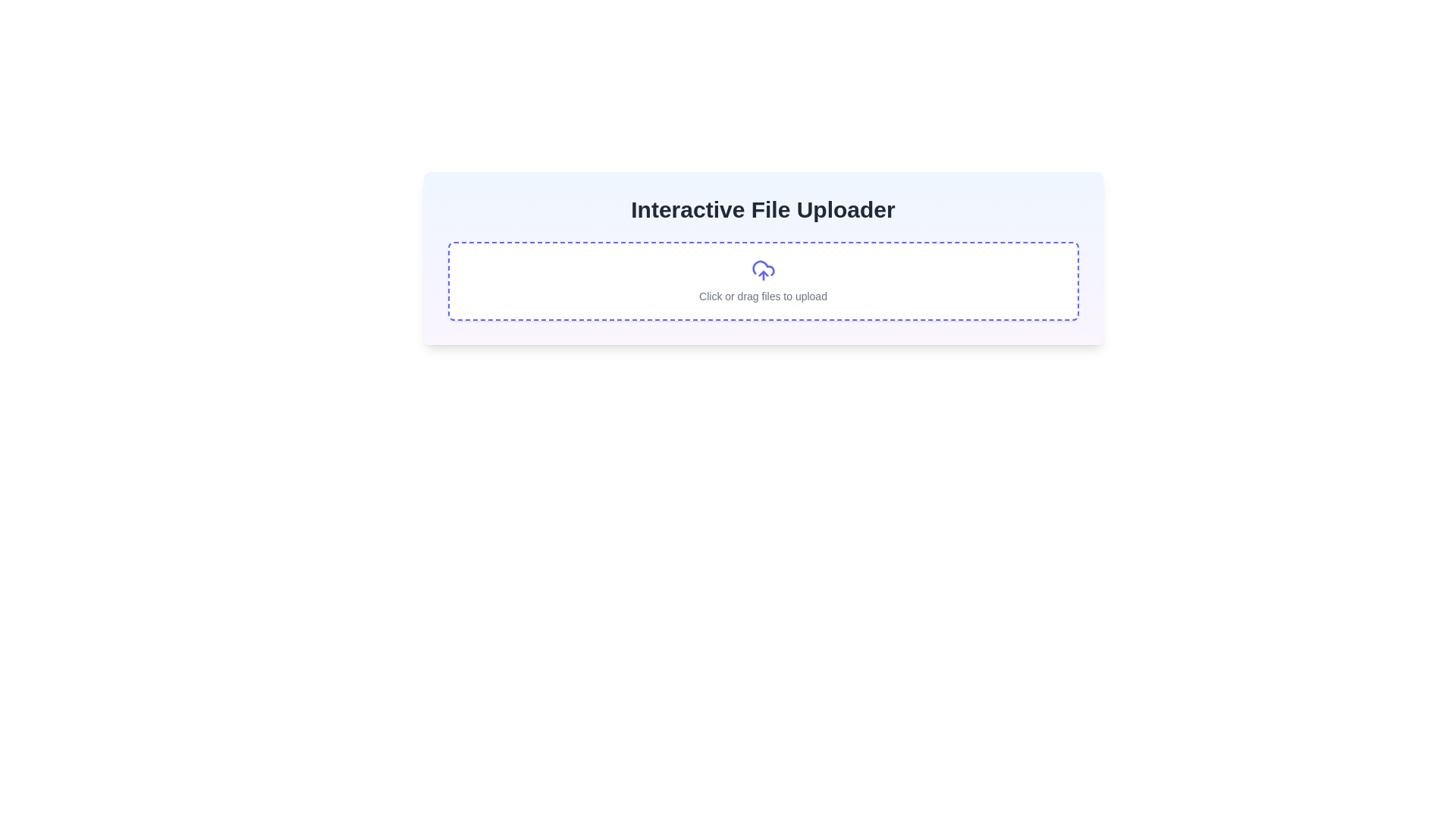  What do you see at coordinates (763, 296) in the screenshot?
I see `the text label displaying 'Click or drag files to upload'` at bounding box center [763, 296].